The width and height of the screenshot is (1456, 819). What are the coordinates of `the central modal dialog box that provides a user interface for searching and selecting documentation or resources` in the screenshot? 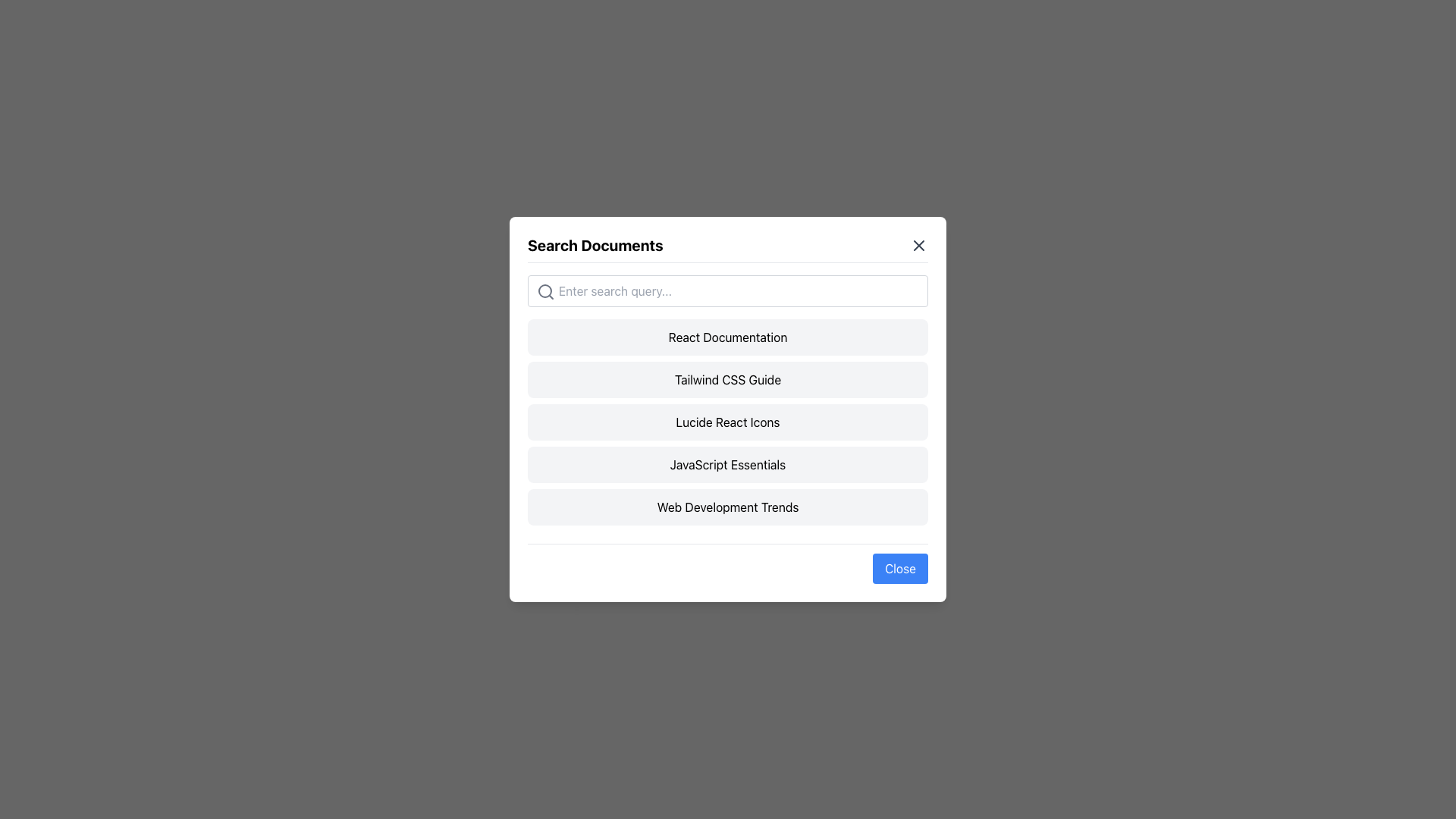 It's located at (728, 409).